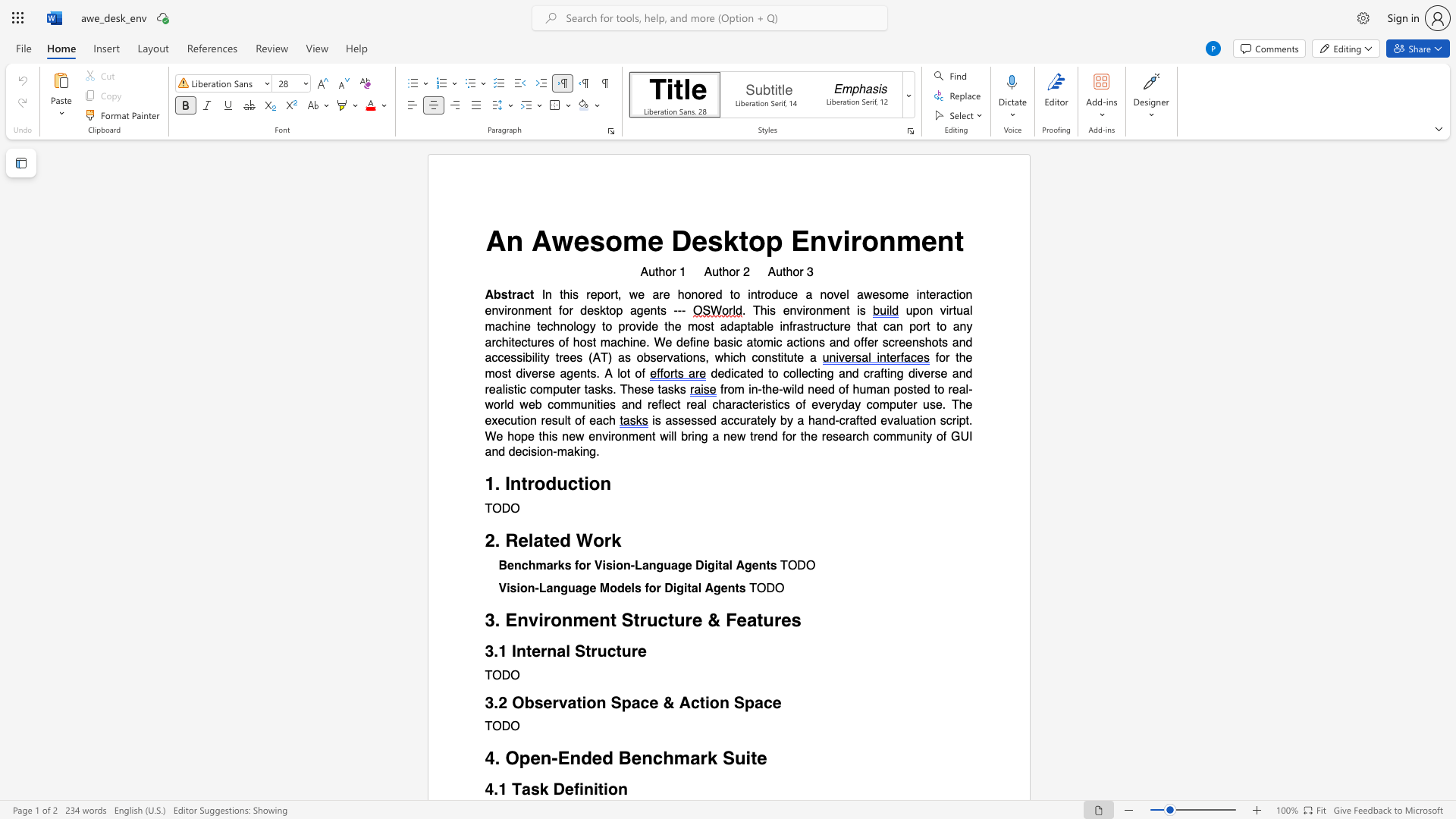 The height and width of the screenshot is (819, 1456). Describe the element at coordinates (896, 240) in the screenshot. I see `the subset text "men" within the text "An Awesome Desktop Environment"` at that location.